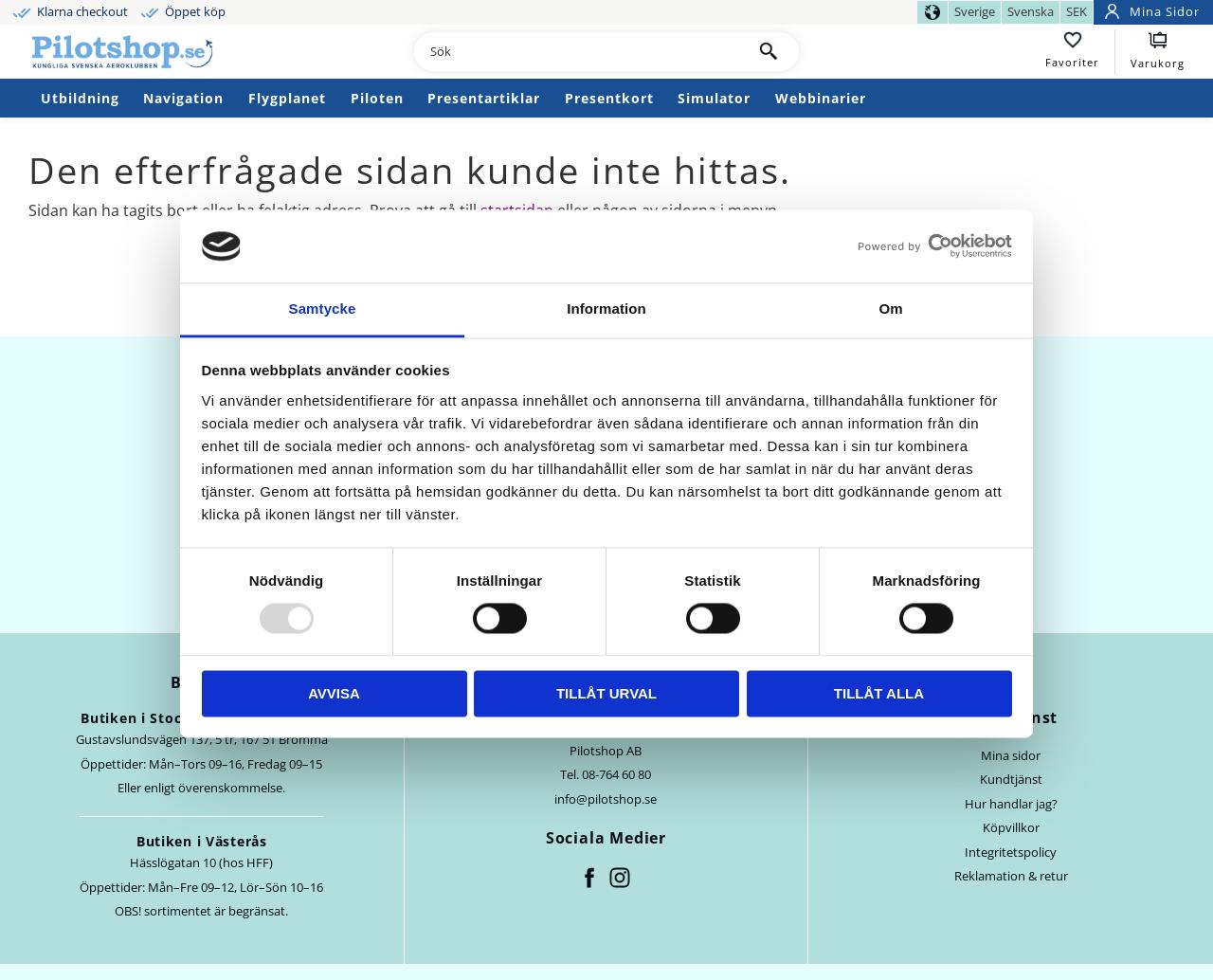 The width and height of the screenshot is (1213, 980). I want to click on 'Statistik', so click(711, 580).